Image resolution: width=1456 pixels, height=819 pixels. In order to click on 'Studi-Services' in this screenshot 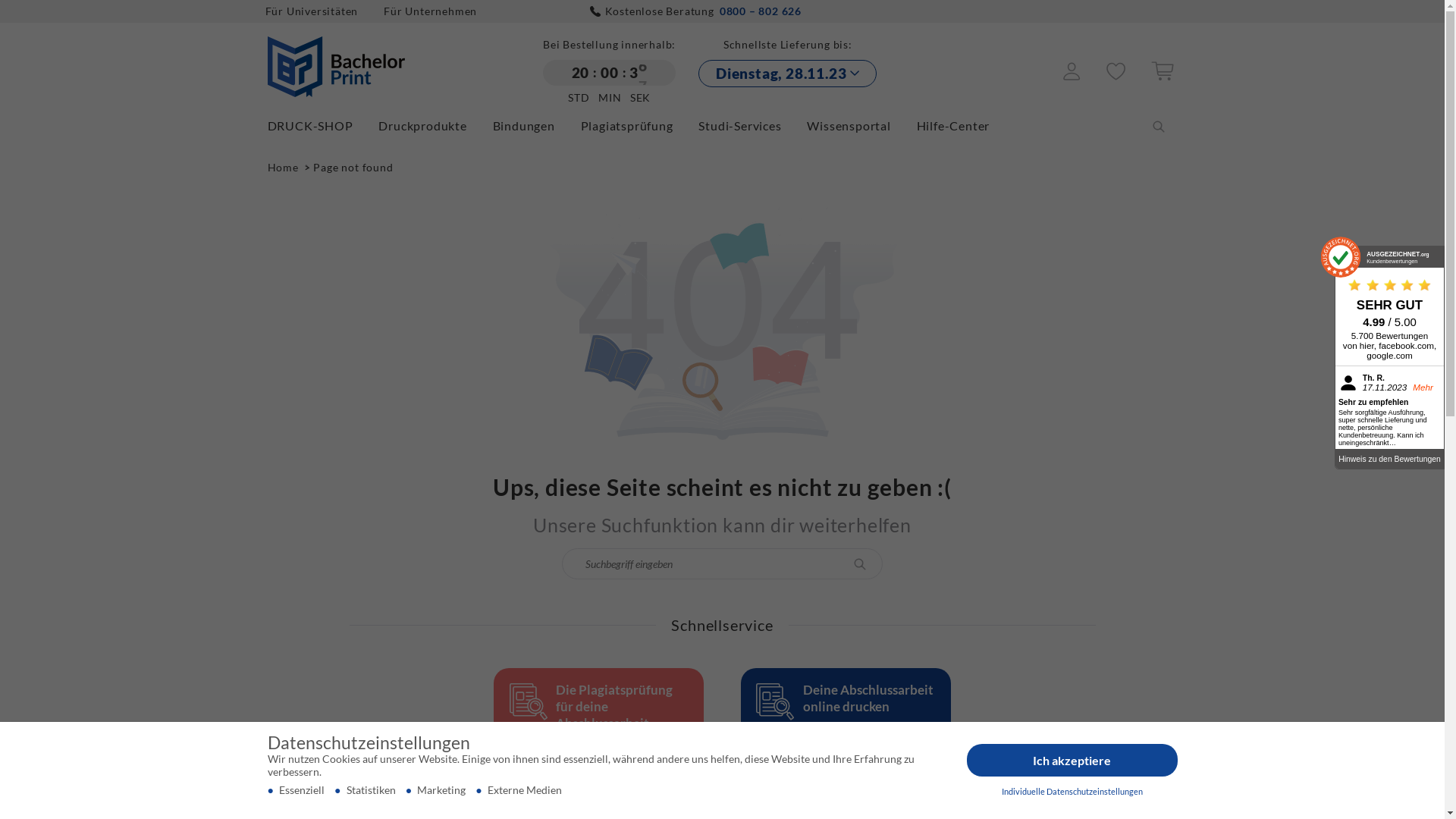, I will do `click(698, 124)`.